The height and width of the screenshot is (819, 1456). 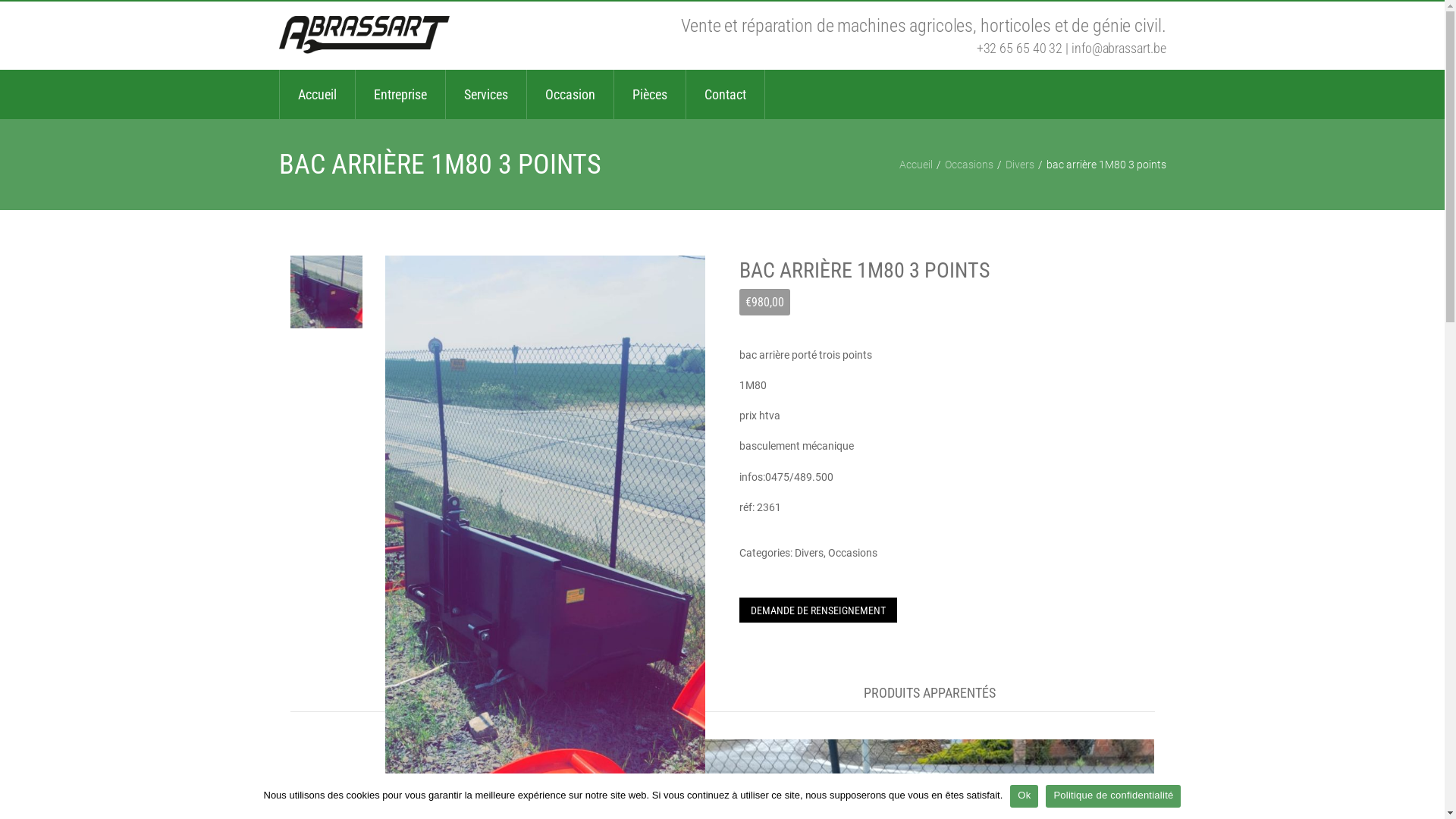 I want to click on '+32 65 65 40 32', so click(x=1019, y=47).